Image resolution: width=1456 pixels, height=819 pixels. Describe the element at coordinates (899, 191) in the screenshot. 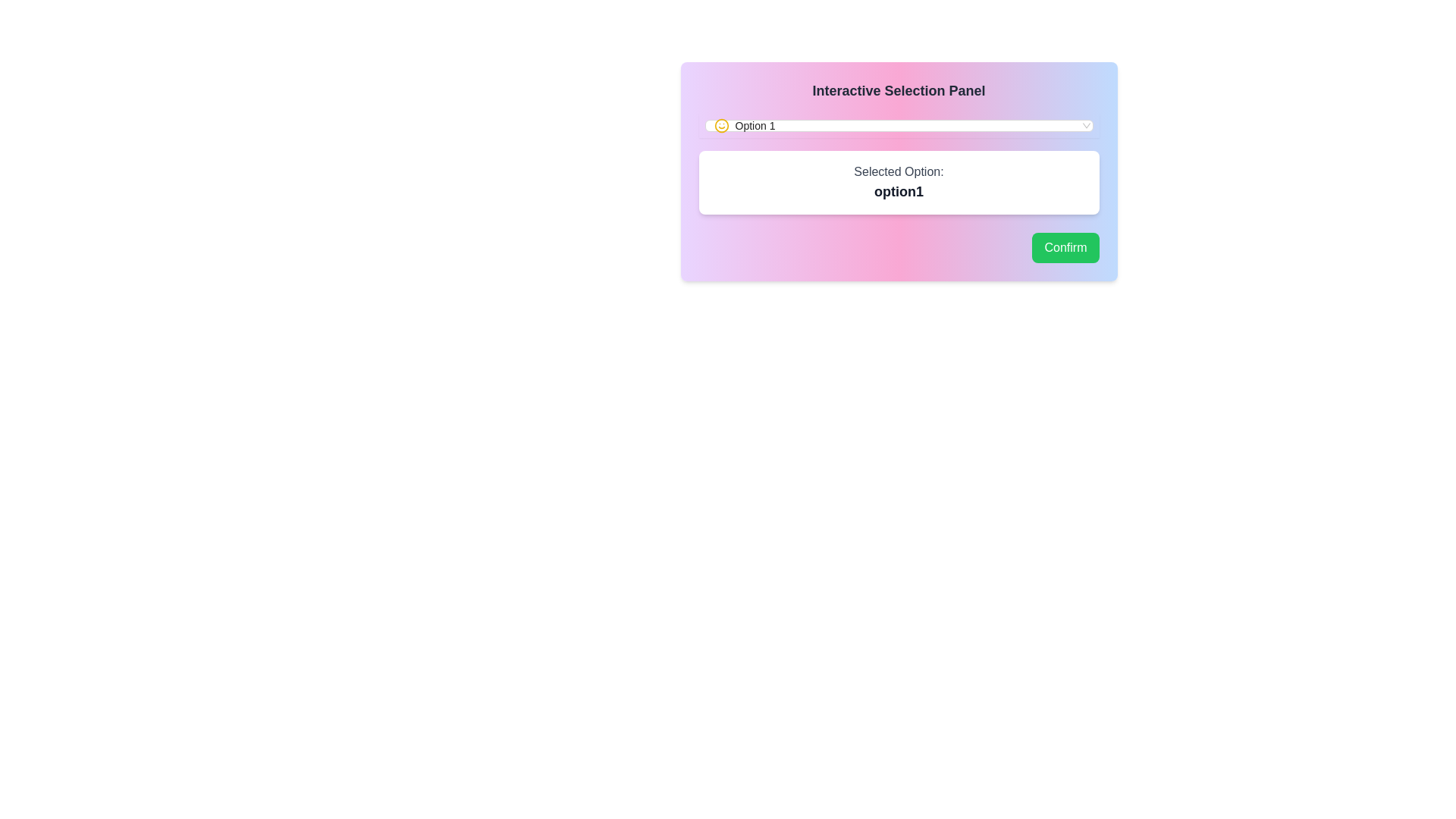

I see `text displayed in the bold and larger font within the white box under the label 'Selected Option:' to understand the currently selected option` at that location.